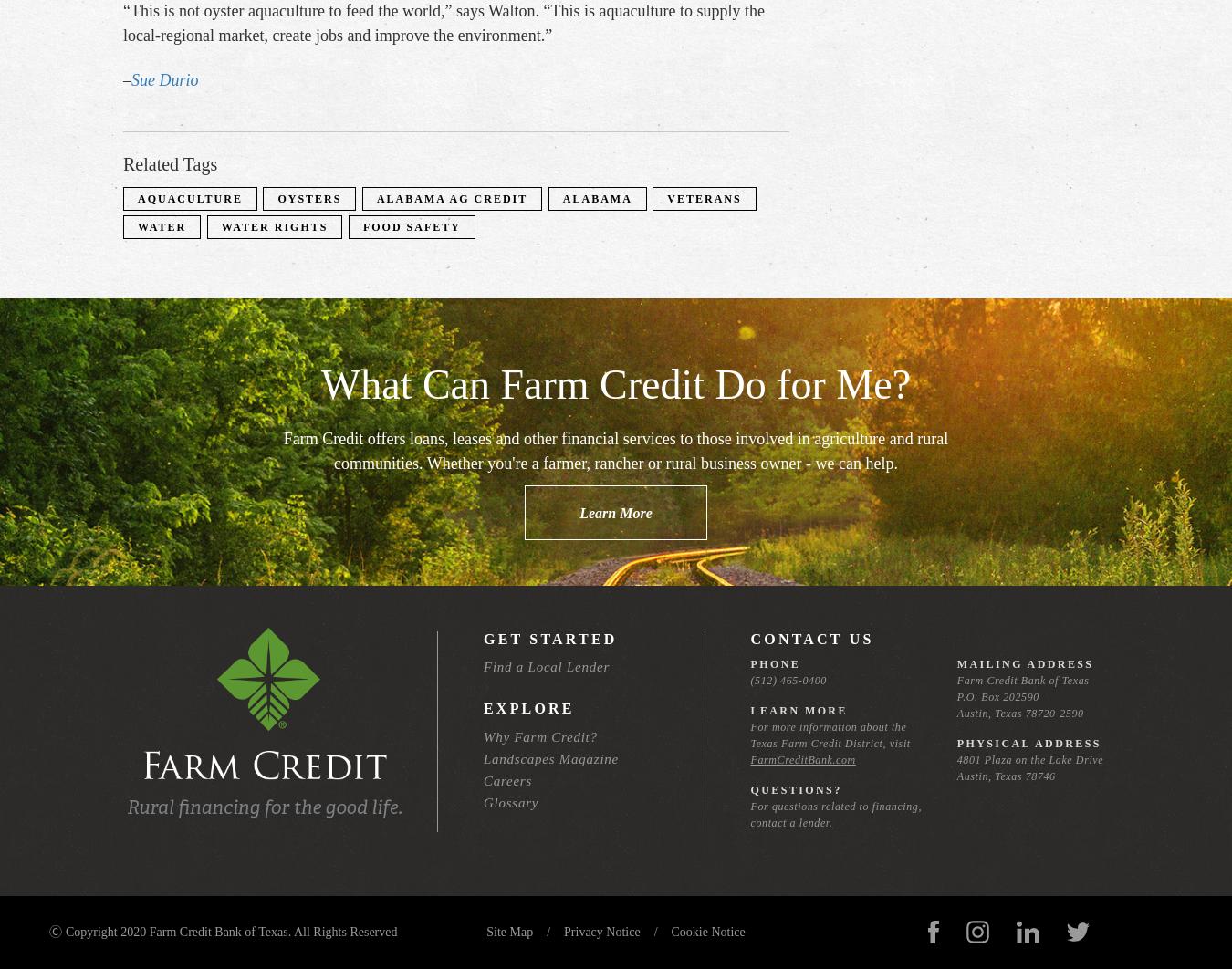  I want to click on 'Veterans', so click(703, 197).